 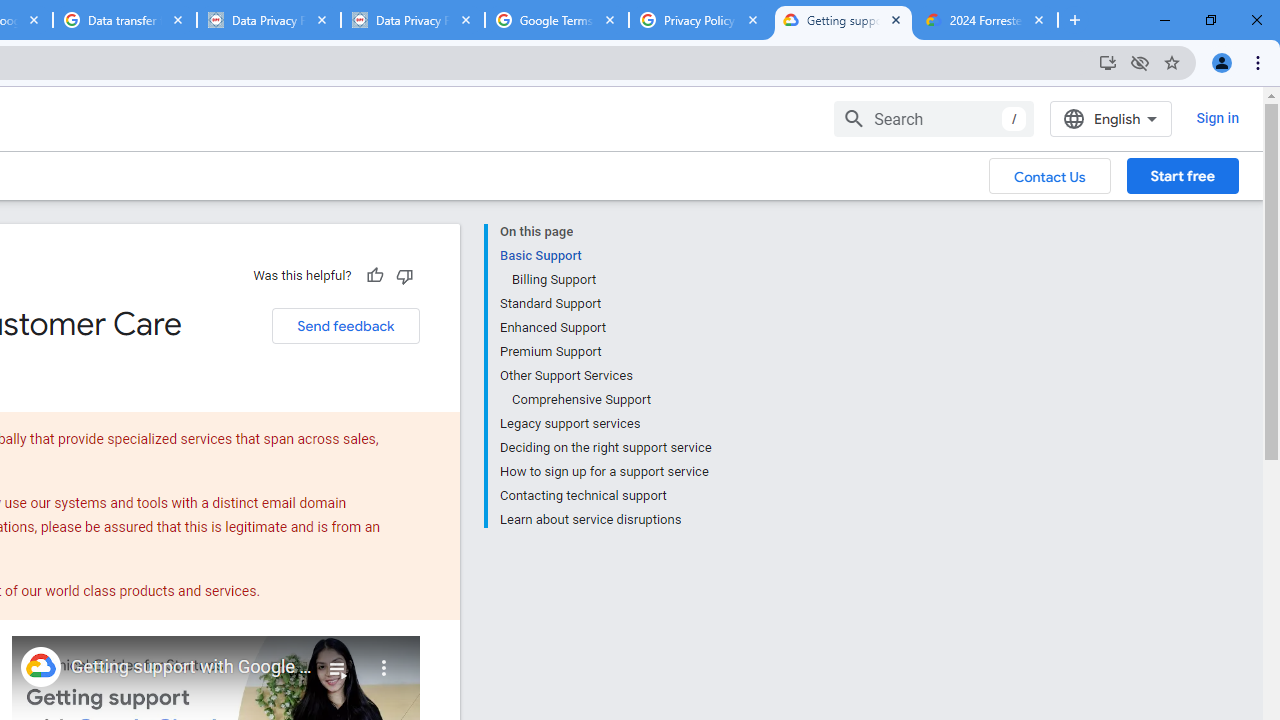 I want to click on 'Getting support with Google Cloud Customer Care', so click(x=192, y=667).